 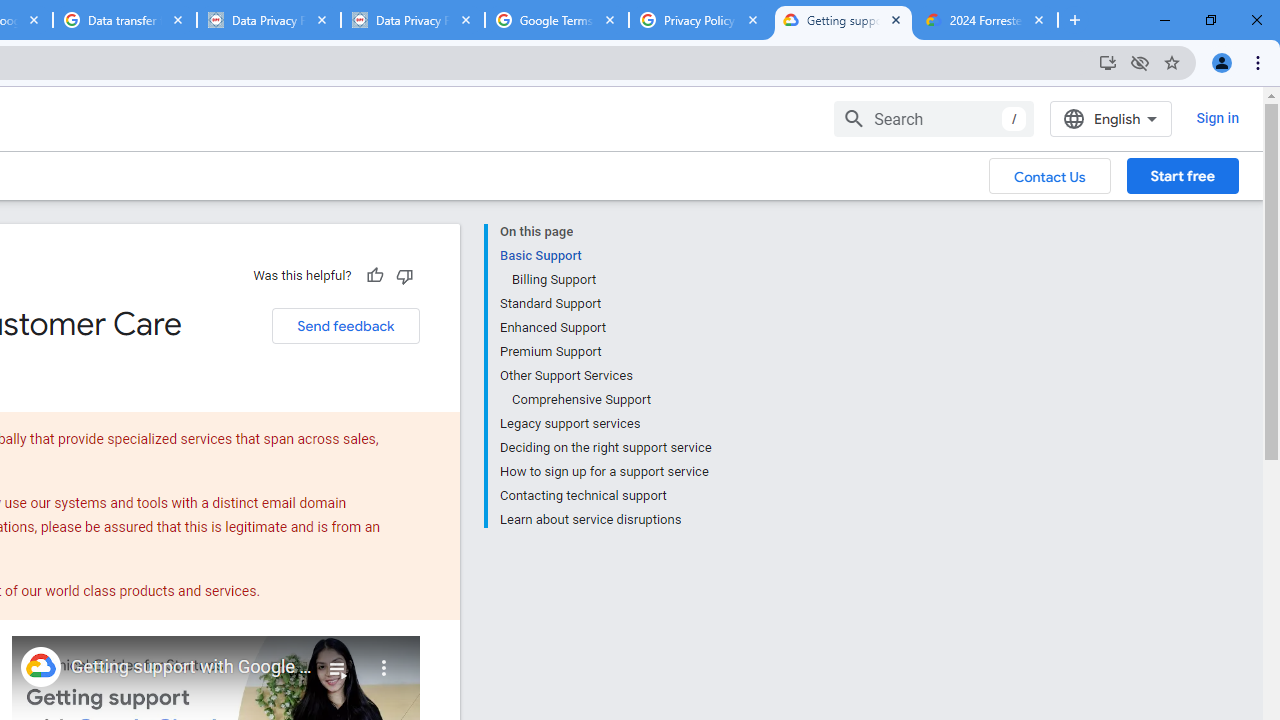 I want to click on 'Getting support with Google Cloud Customer Care', so click(x=192, y=667).